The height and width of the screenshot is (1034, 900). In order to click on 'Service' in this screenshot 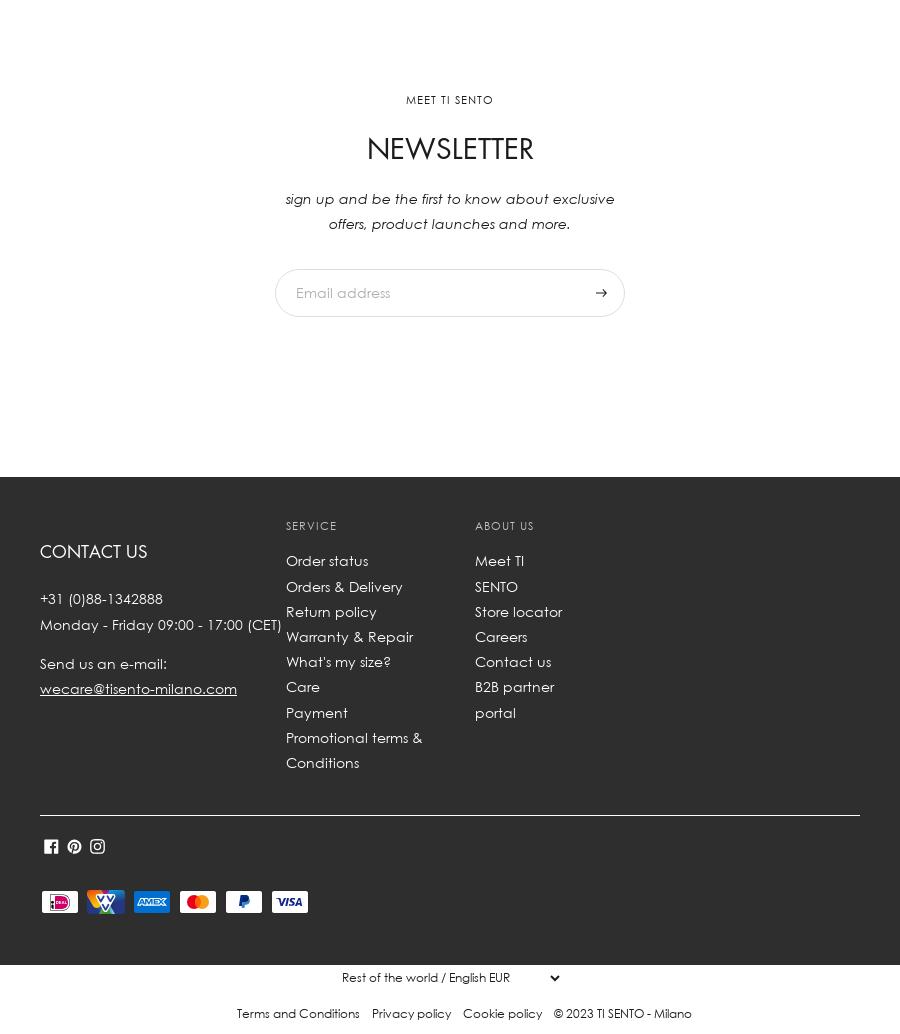, I will do `click(285, 524)`.